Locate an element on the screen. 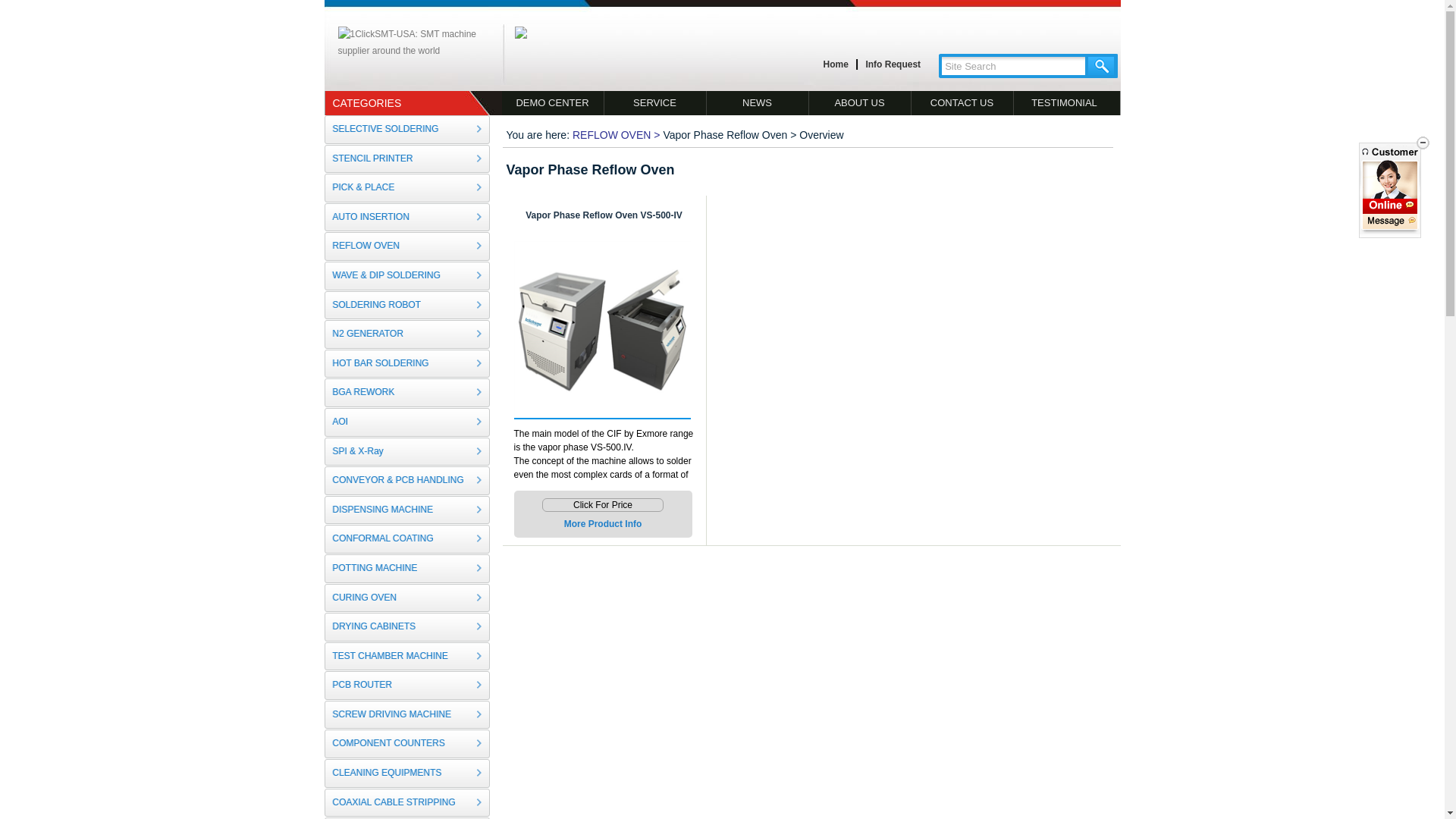 The width and height of the screenshot is (1456, 819). 'CURING OVEN' is located at coordinates (407, 598).